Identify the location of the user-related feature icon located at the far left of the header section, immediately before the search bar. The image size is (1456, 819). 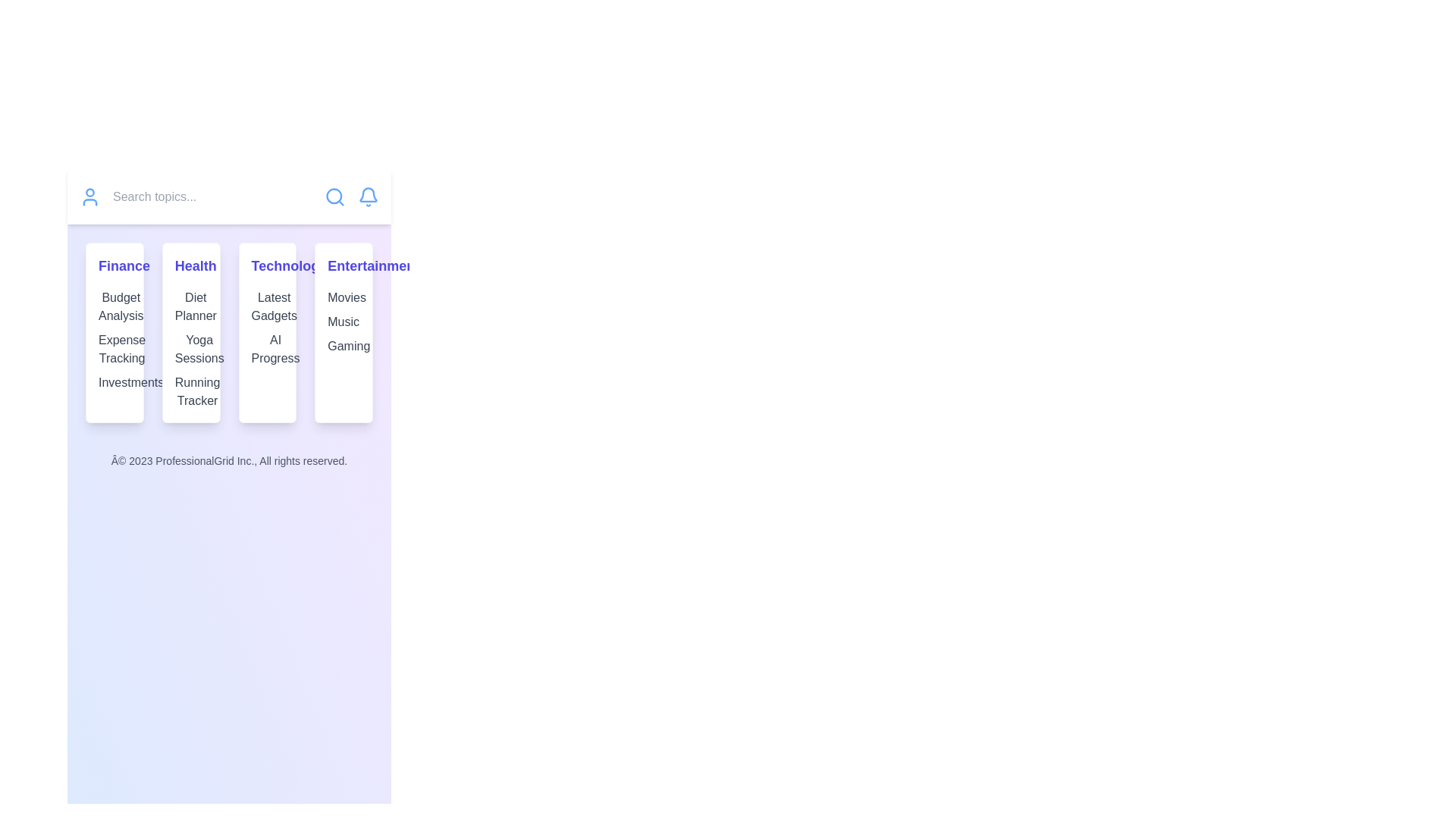
(89, 196).